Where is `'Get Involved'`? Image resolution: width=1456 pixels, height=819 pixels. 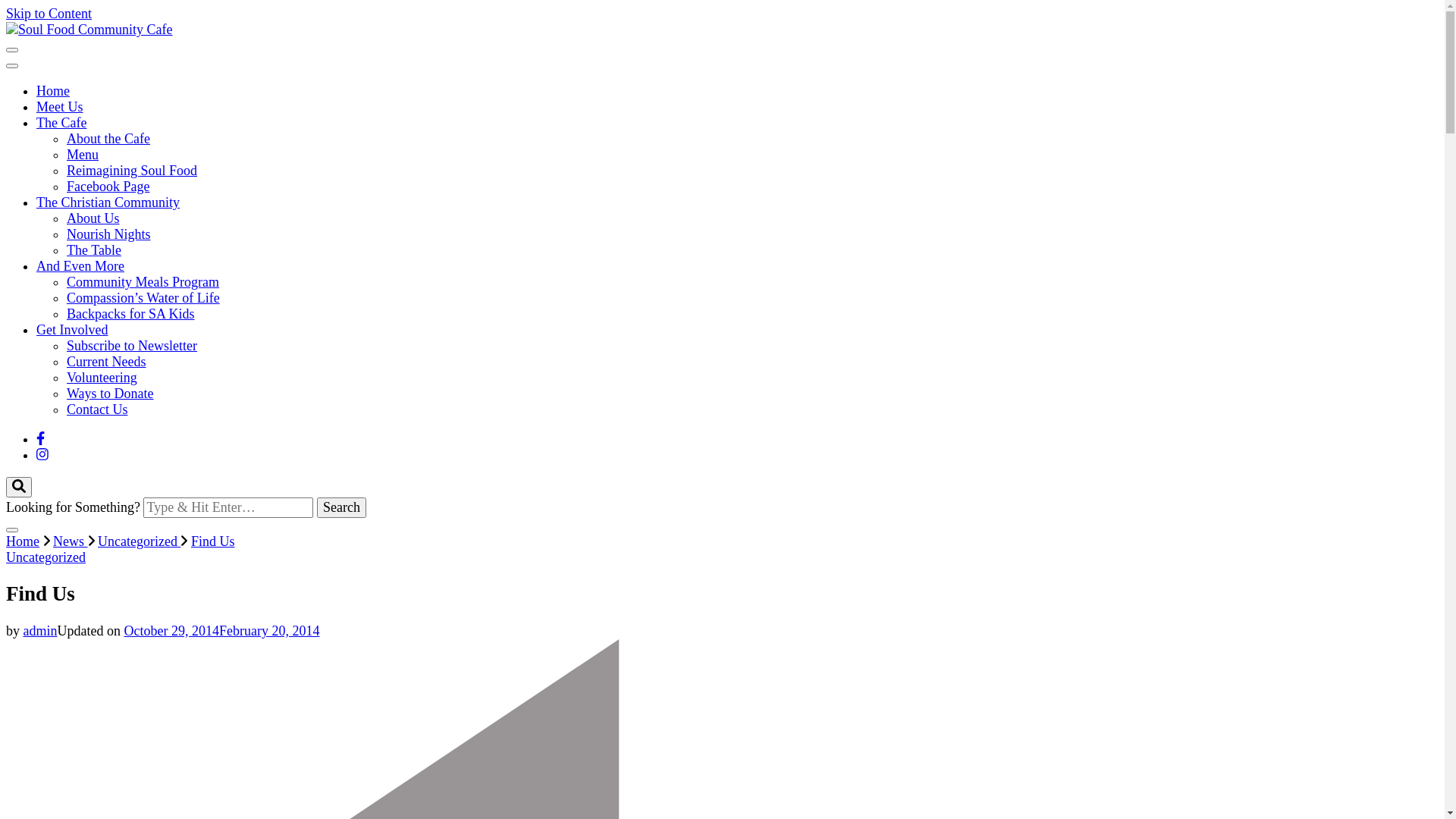
'Get Involved' is located at coordinates (71, 329).